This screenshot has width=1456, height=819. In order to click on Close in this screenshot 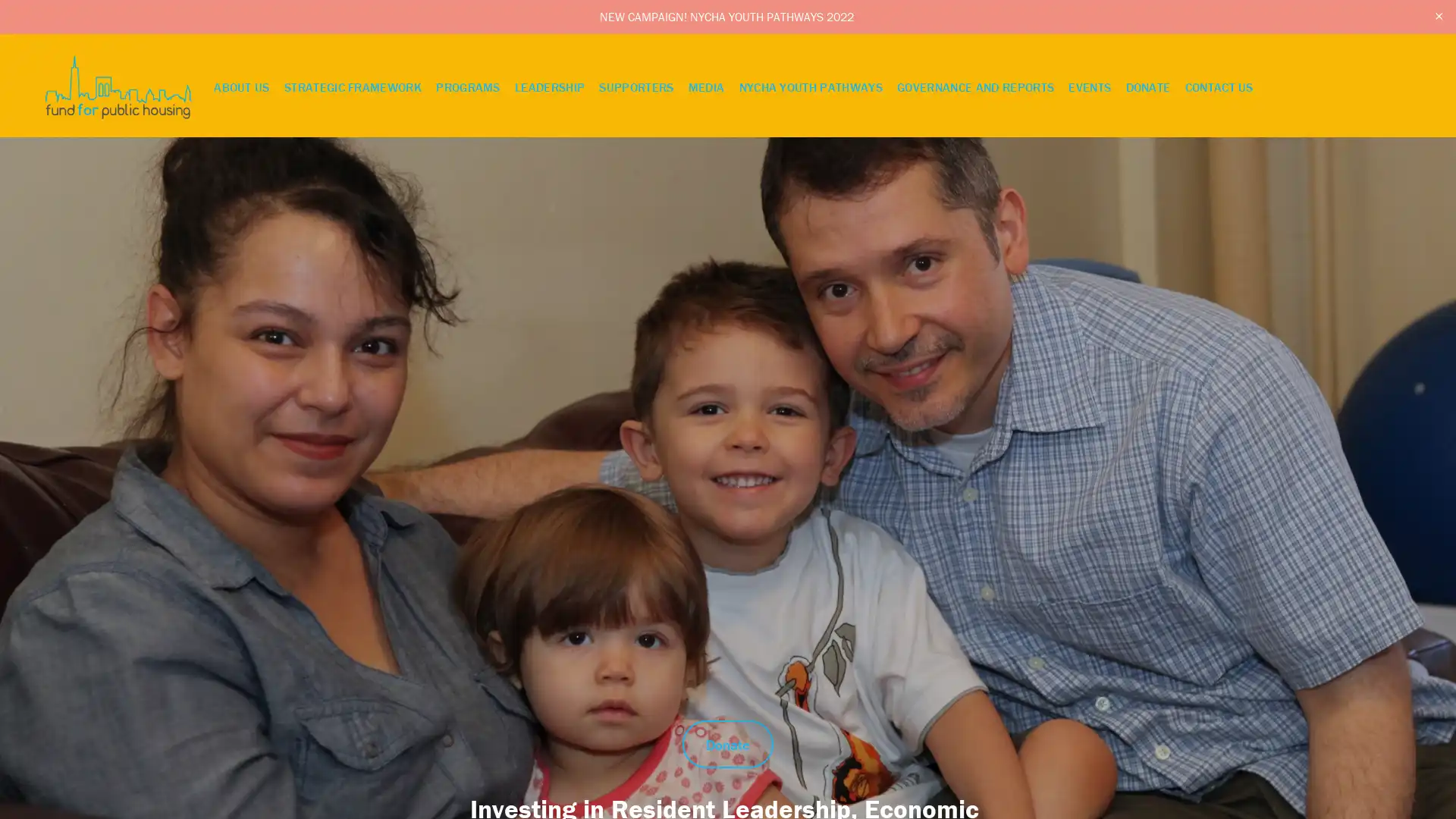, I will do `click(1437, 685)`.